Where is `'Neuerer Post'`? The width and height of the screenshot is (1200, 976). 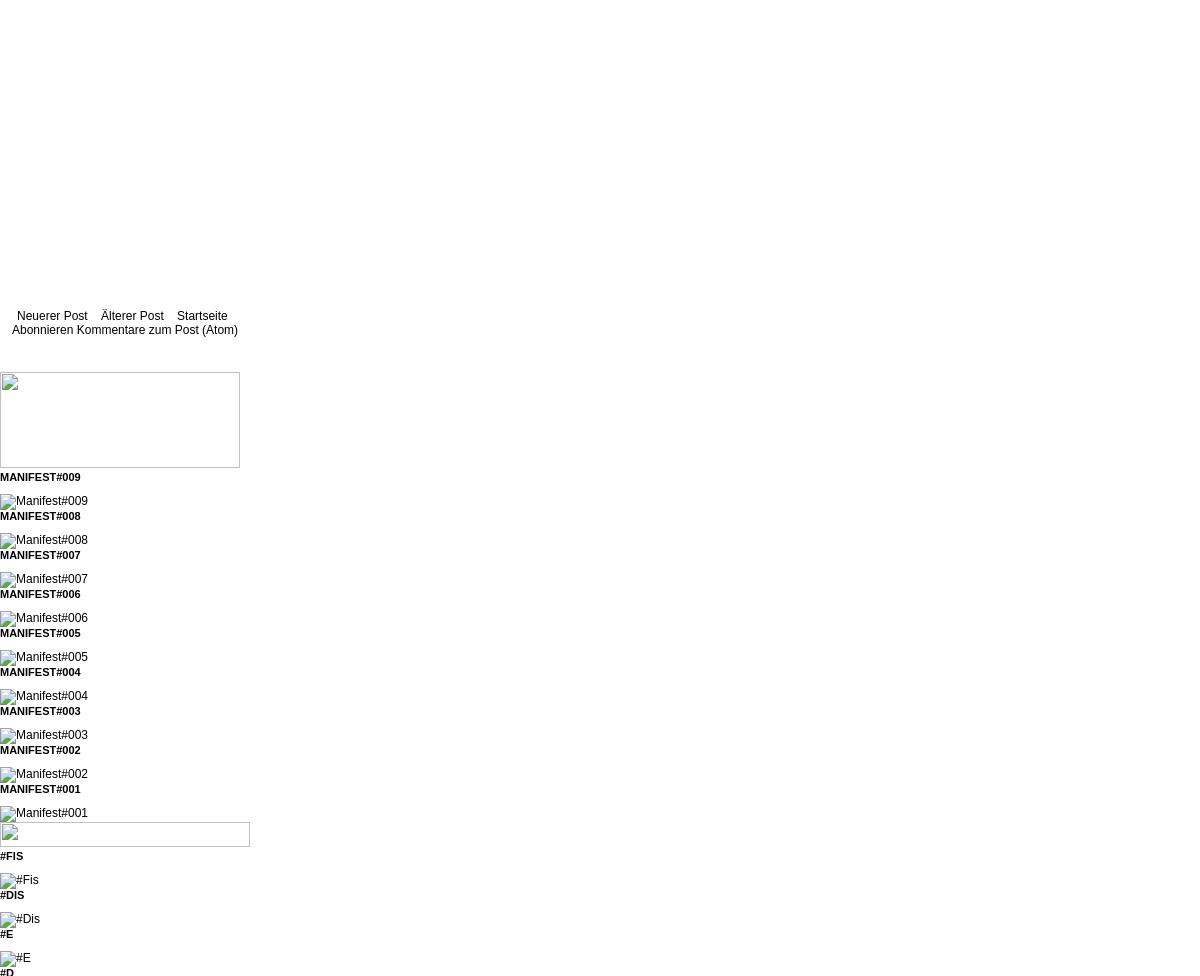 'Neuerer Post' is located at coordinates (51, 316).